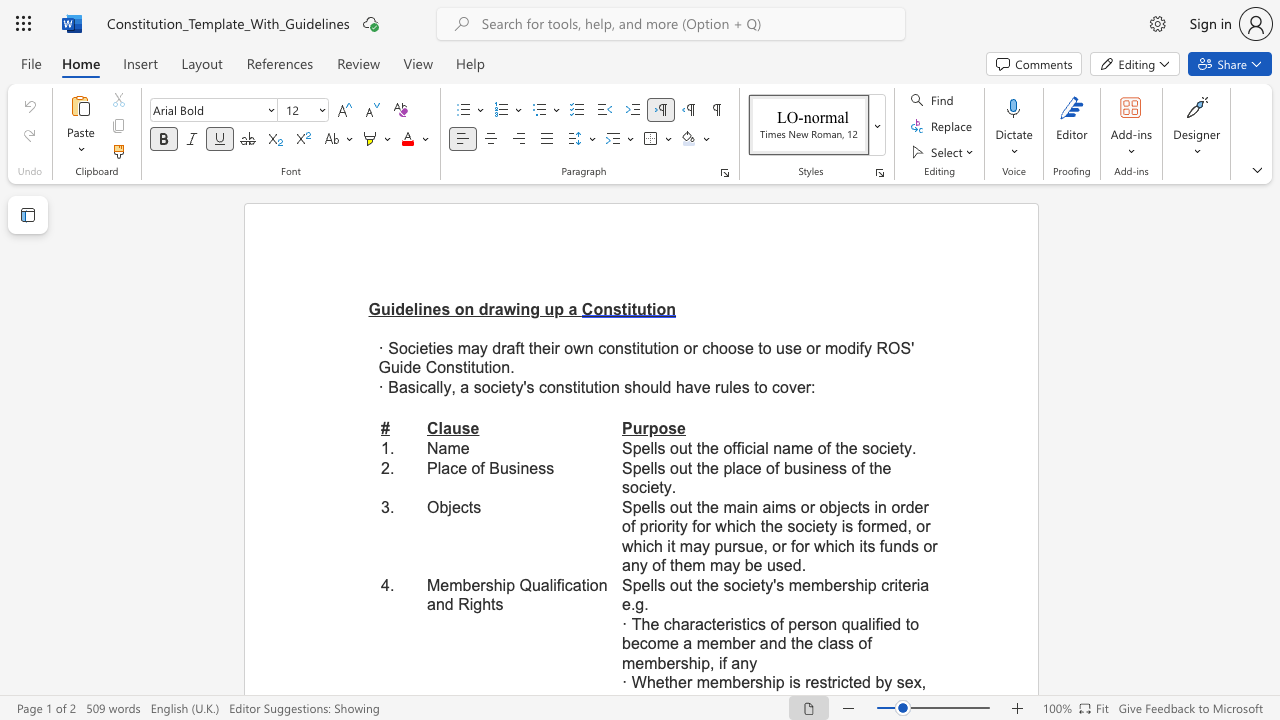 The height and width of the screenshot is (720, 1280). What do you see at coordinates (614, 347) in the screenshot?
I see `the subset text "nstitution or c" within the text "· Societies may draft their own constitution or choose to use or"` at bounding box center [614, 347].